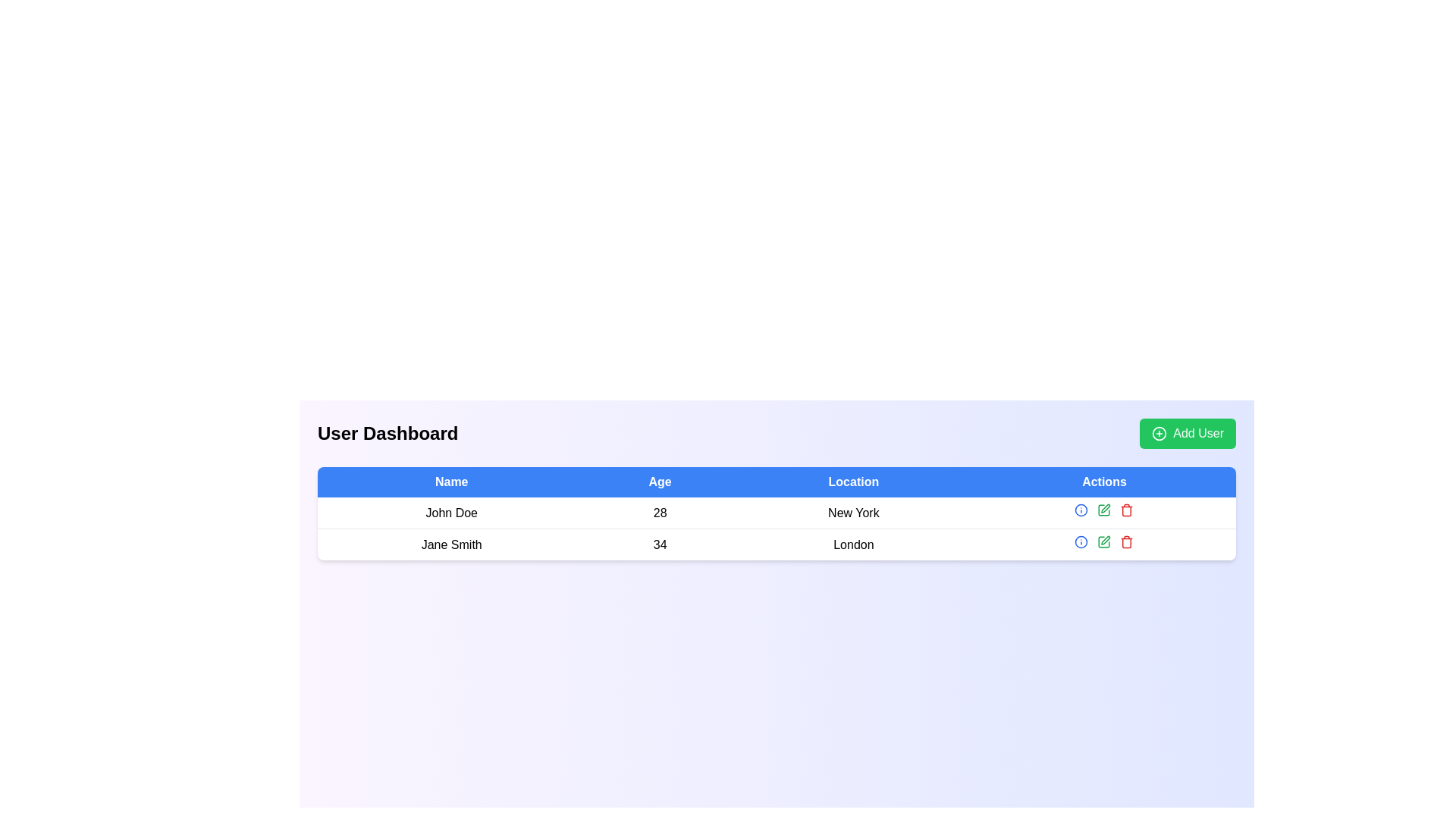 The width and height of the screenshot is (1456, 819). Describe the element at coordinates (1081, 541) in the screenshot. I see `the circular background of the info icon in the 'Actions' column for the row corresponding to 'John Doe'` at that location.